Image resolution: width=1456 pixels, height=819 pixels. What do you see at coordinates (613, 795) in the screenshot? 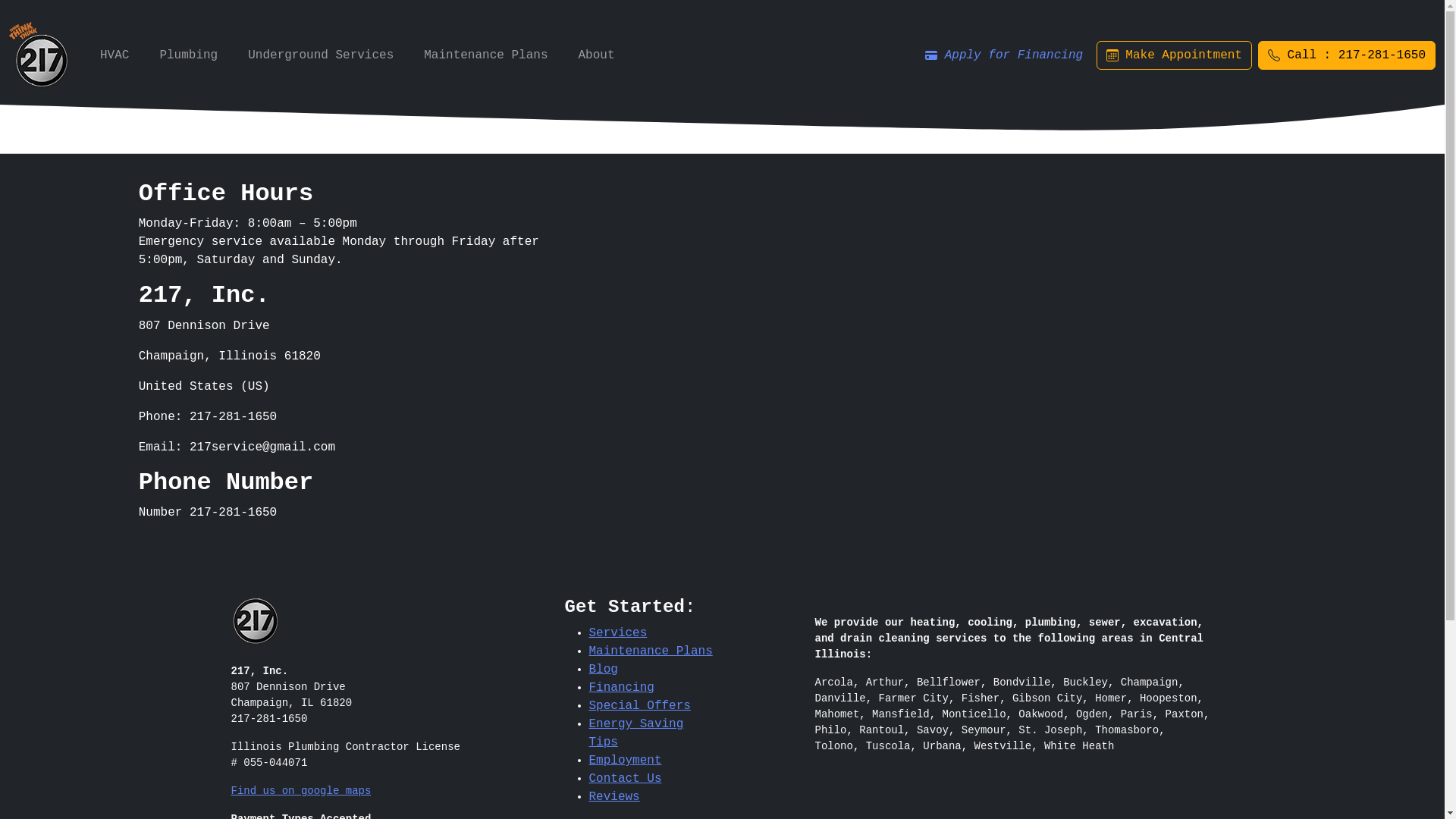
I see `'Reviews'` at bounding box center [613, 795].